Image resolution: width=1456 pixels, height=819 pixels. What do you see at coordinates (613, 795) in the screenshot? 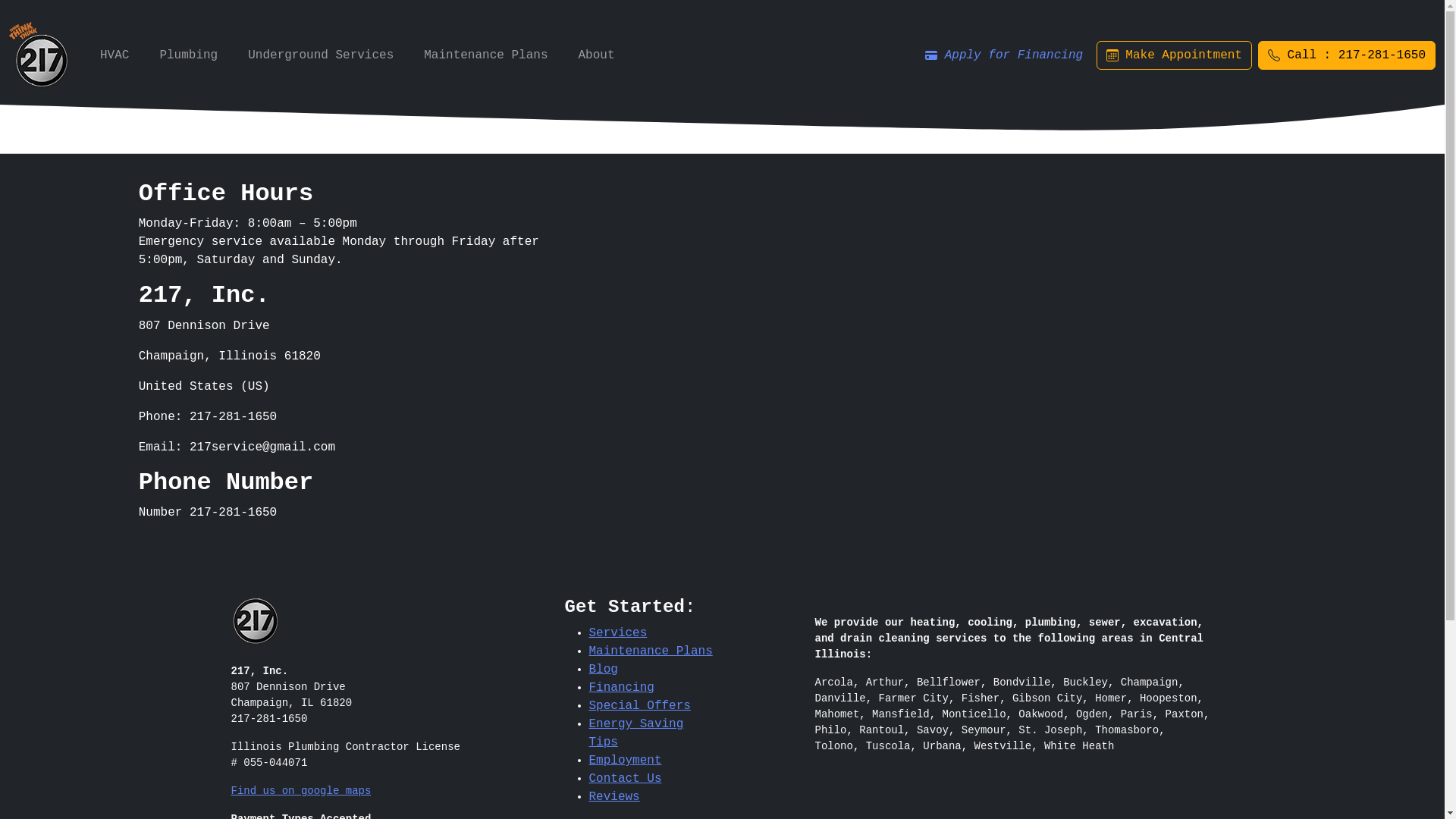
I see `'Reviews'` at bounding box center [613, 795].